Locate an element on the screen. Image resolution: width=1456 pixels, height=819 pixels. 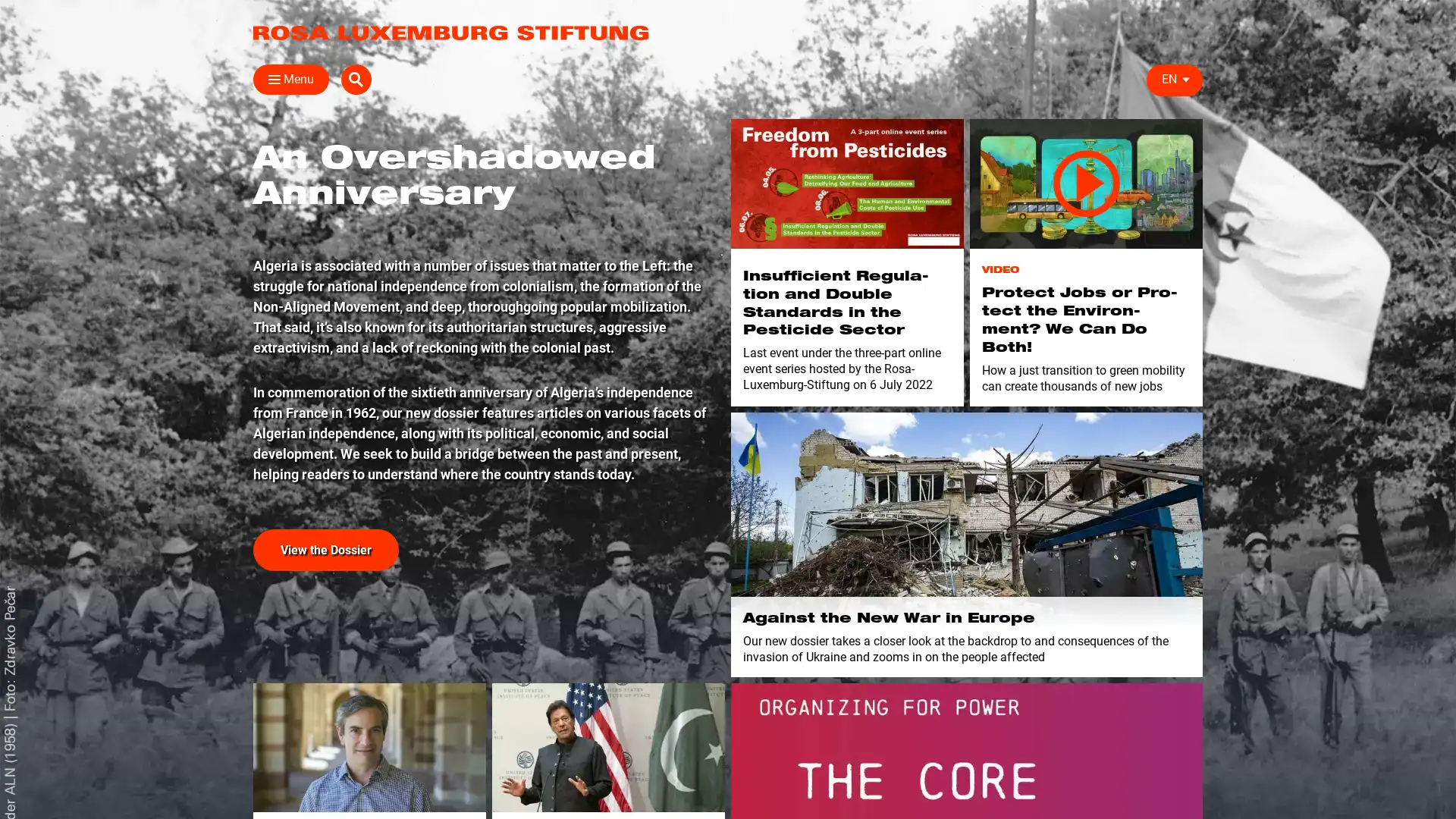
Show more / less is located at coordinates (483, 178).